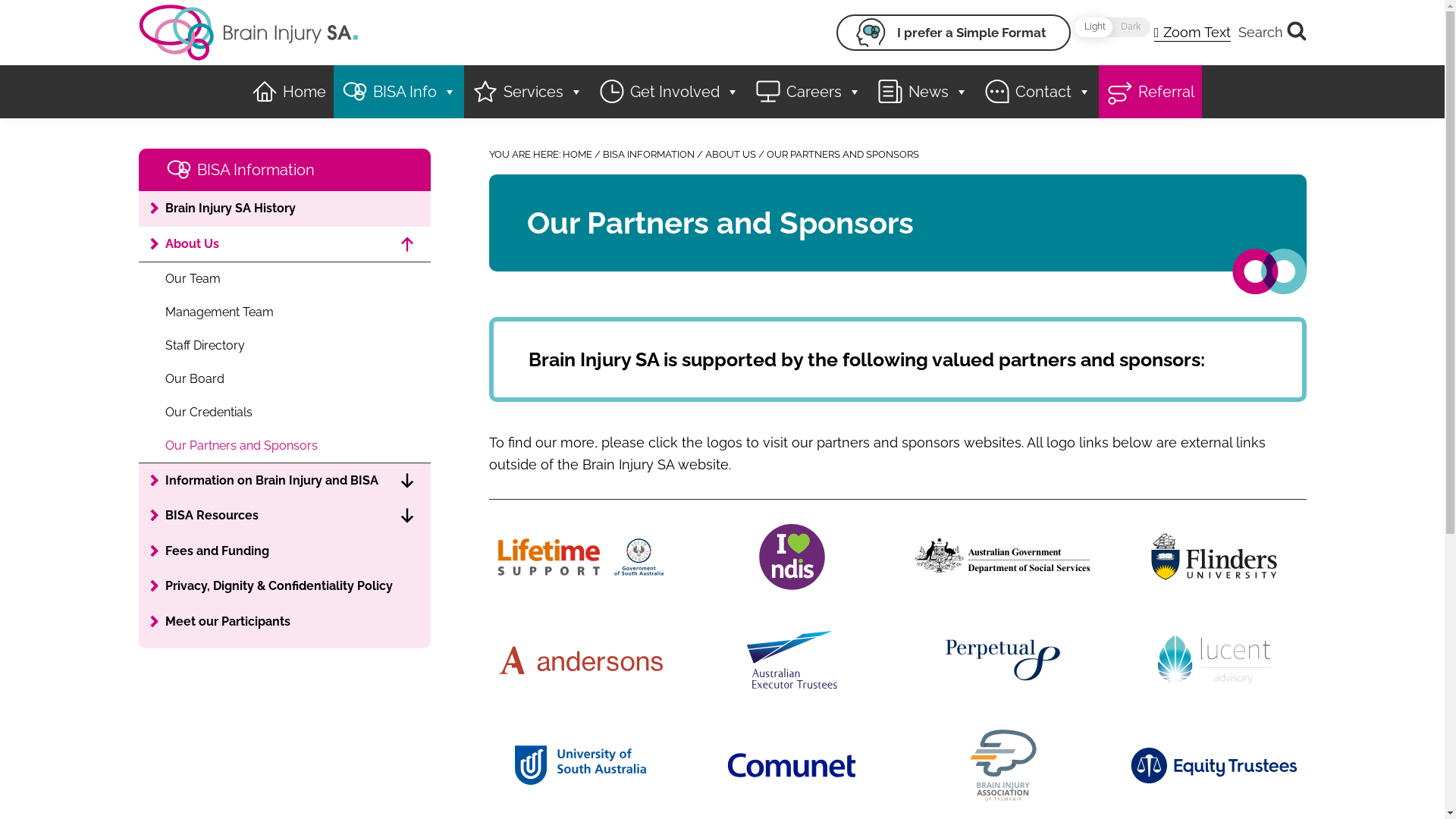 This screenshot has height=819, width=1456. I want to click on 'Our Credentials', so click(284, 412).